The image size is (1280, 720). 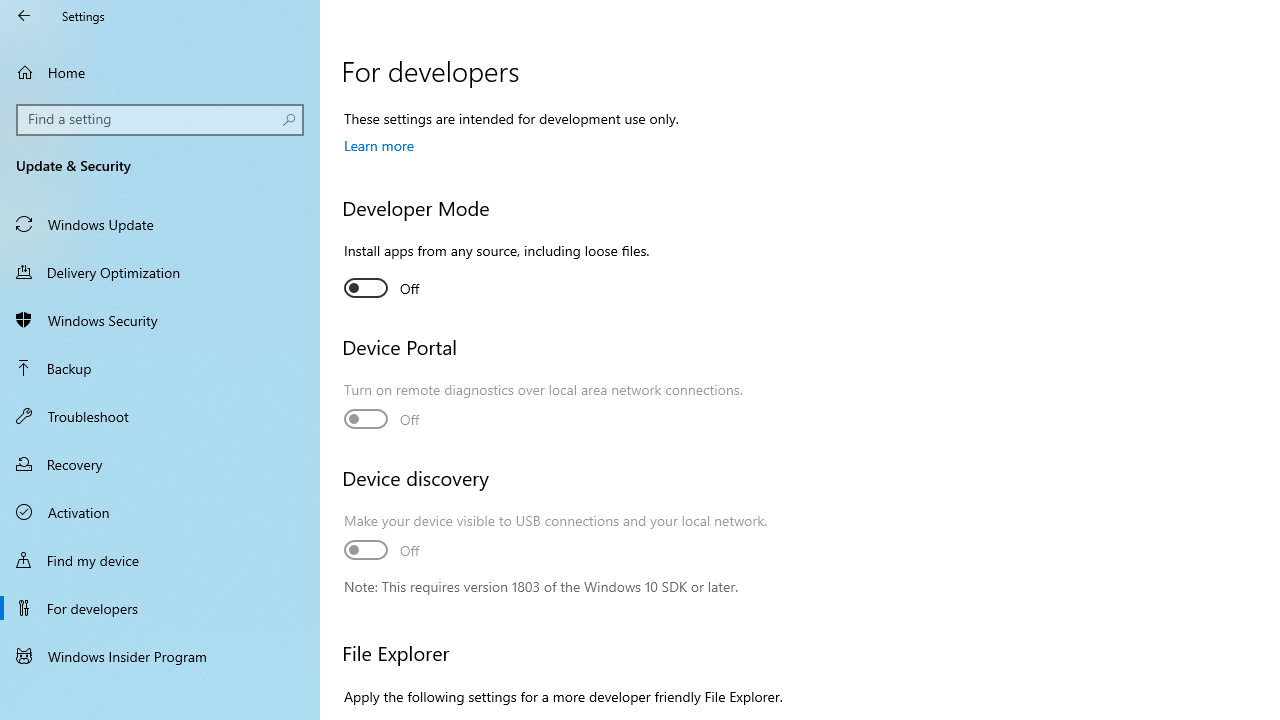 I want to click on 'Search box, Find a setting', so click(x=160, y=119).